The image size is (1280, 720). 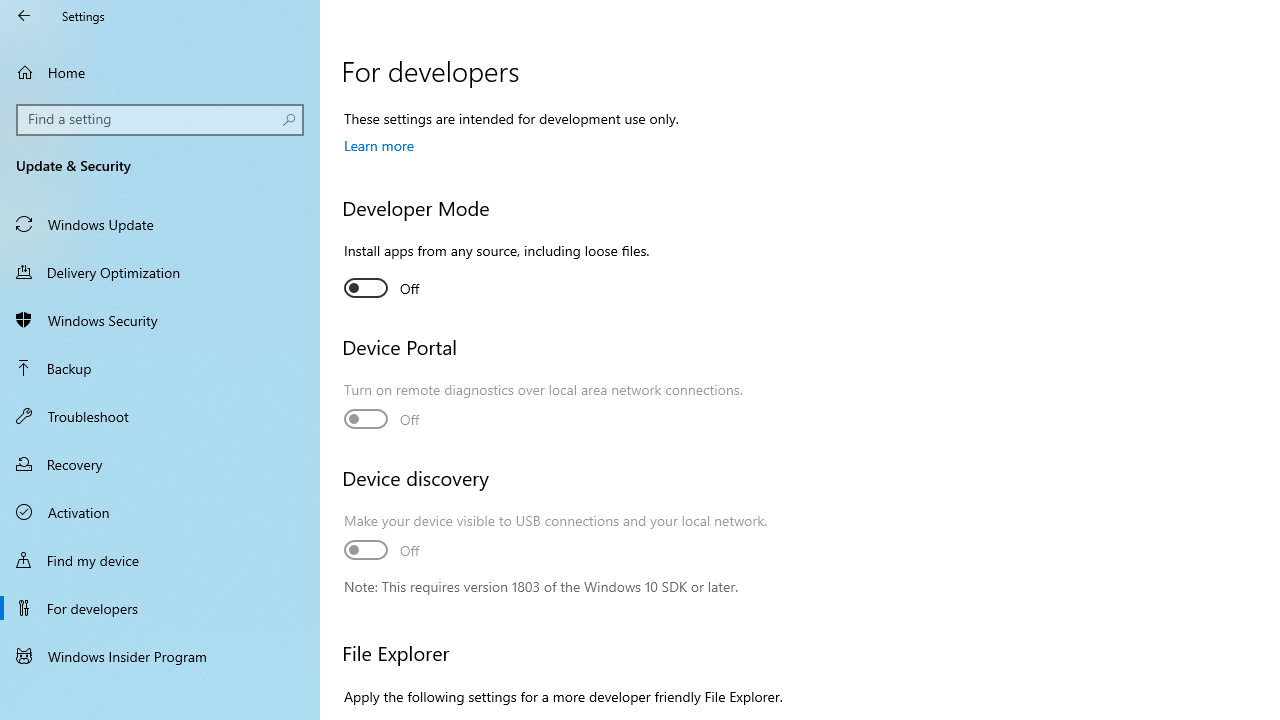 I want to click on 'Search box, Find a setting', so click(x=160, y=119).